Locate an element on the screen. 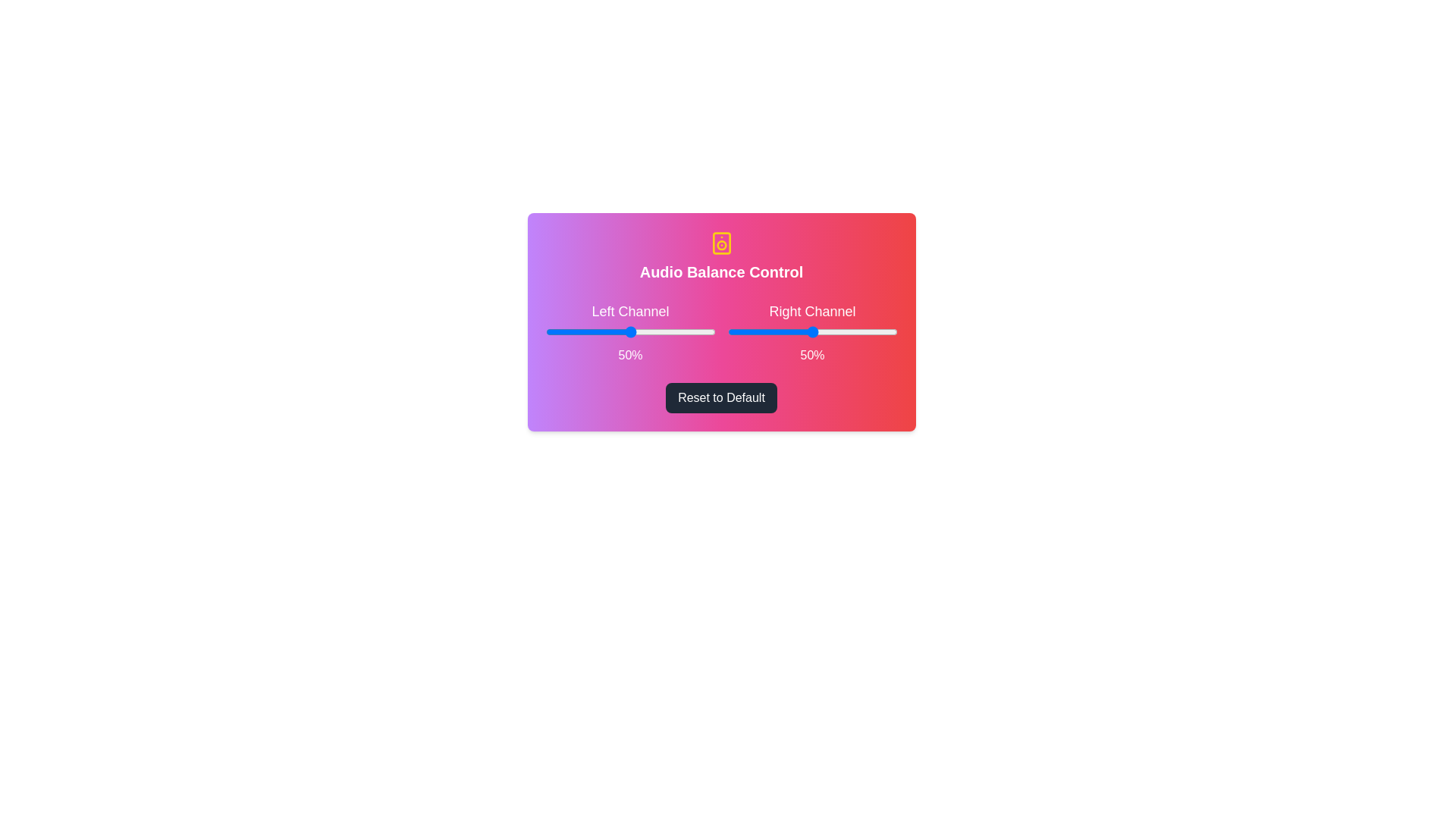  the 'Reset to Default' button to reset the audio balance to its default state is located at coordinates (720, 397).